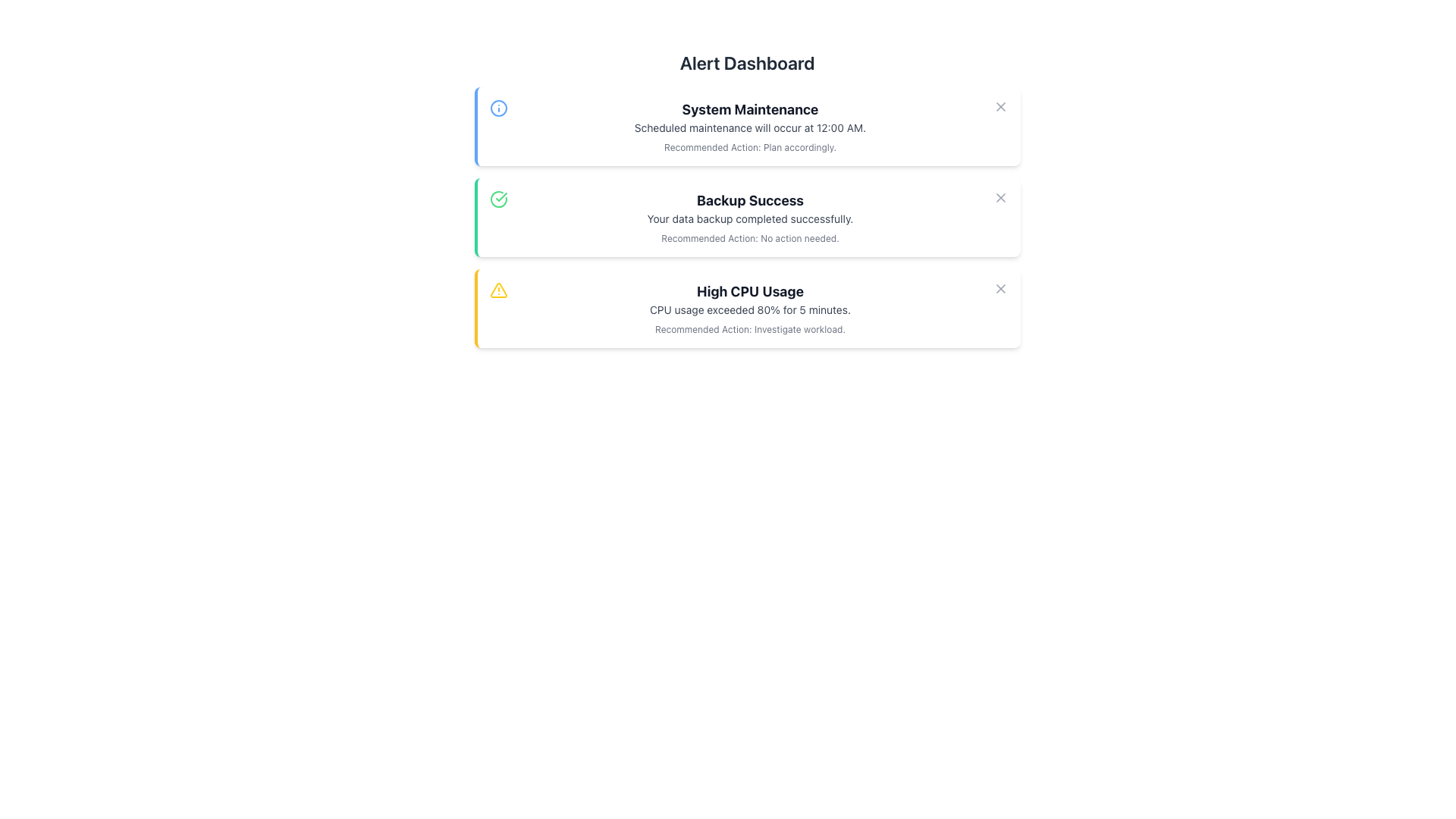  Describe the element at coordinates (498, 198) in the screenshot. I see `the success indicator icon located on the left side of the 'Backup Success' card in the alert dashboard` at that location.